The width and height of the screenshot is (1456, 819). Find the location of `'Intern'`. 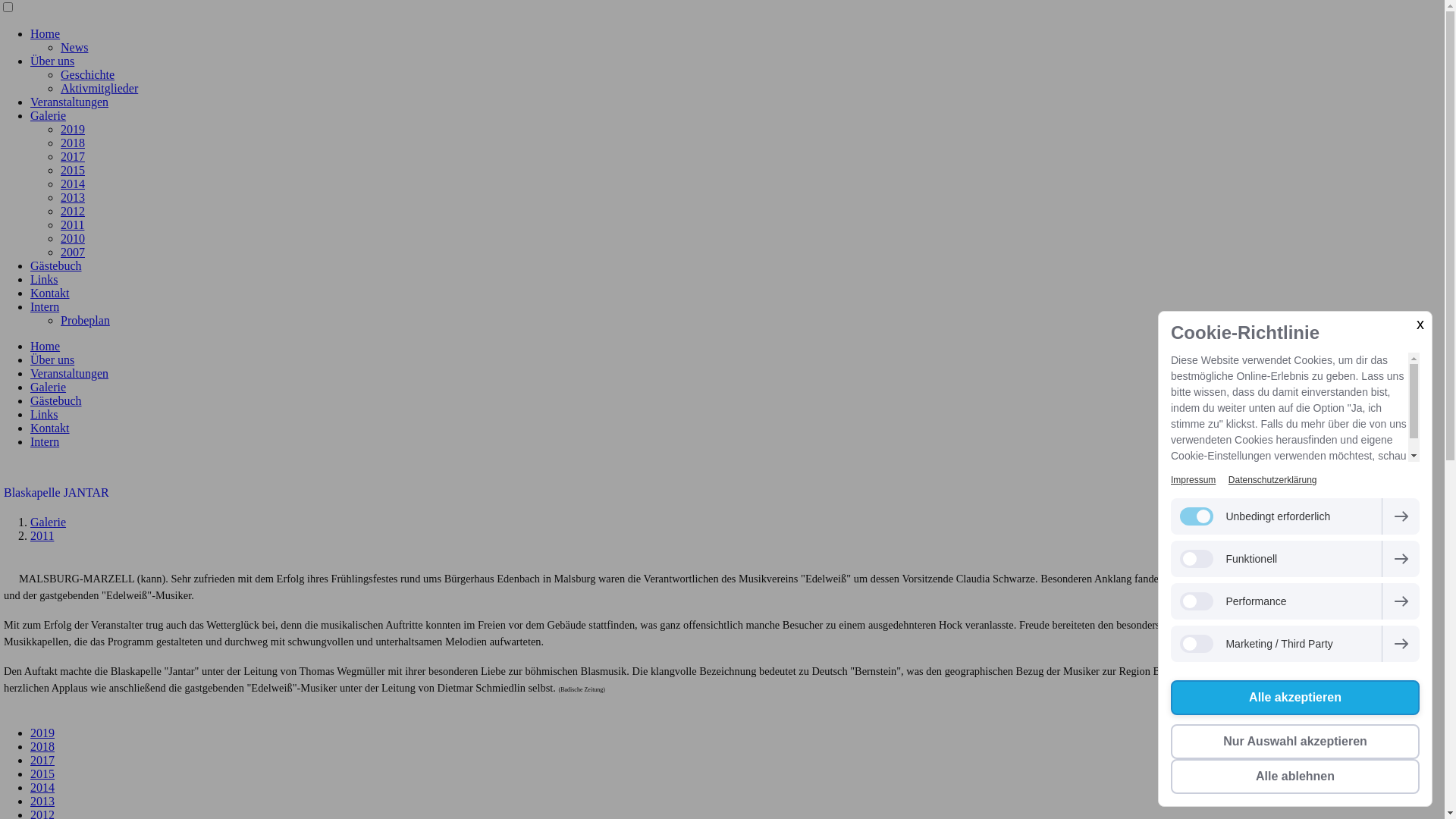

'Intern' is located at coordinates (44, 306).